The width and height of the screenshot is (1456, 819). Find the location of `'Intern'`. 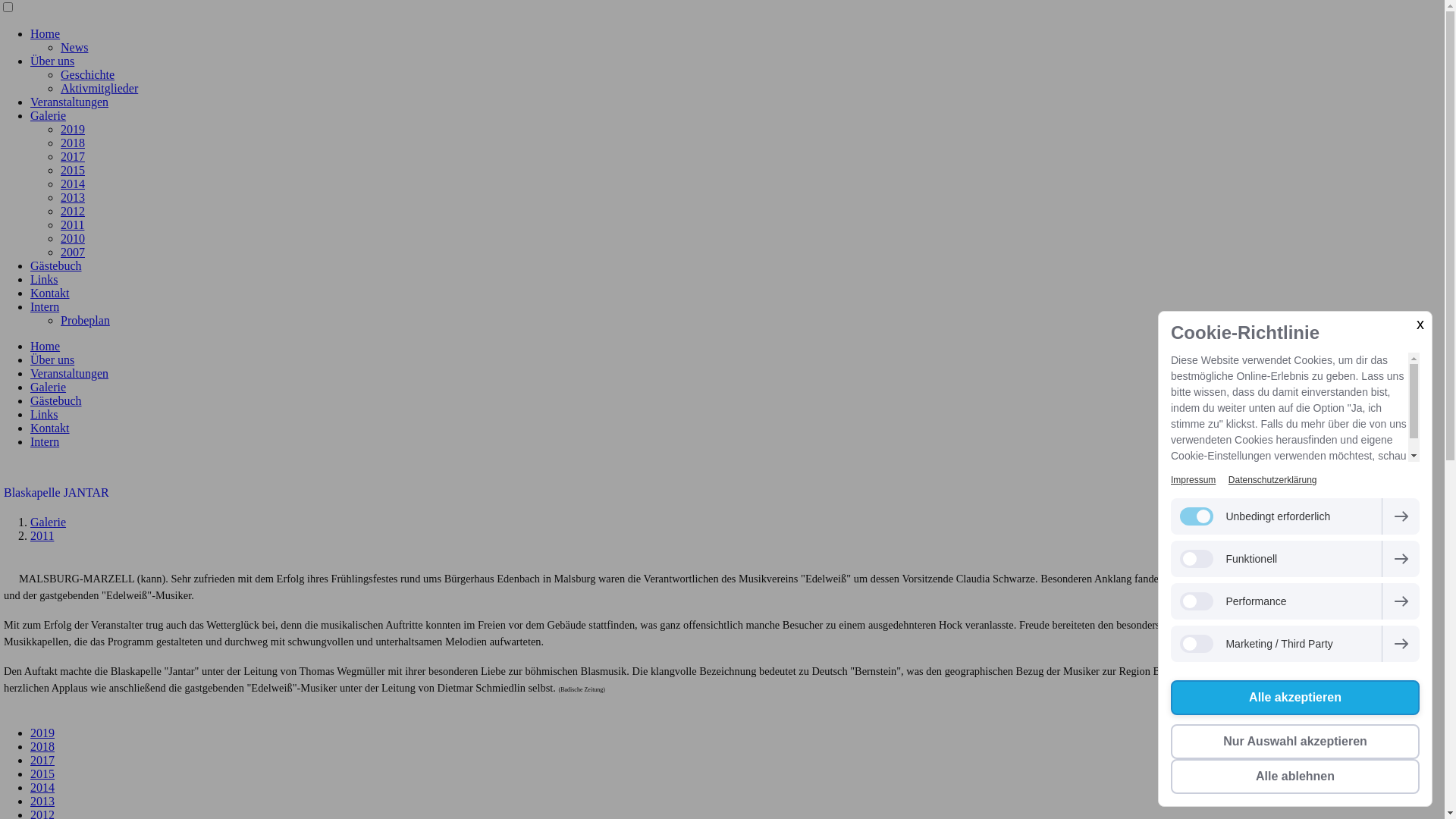

'Intern' is located at coordinates (44, 306).